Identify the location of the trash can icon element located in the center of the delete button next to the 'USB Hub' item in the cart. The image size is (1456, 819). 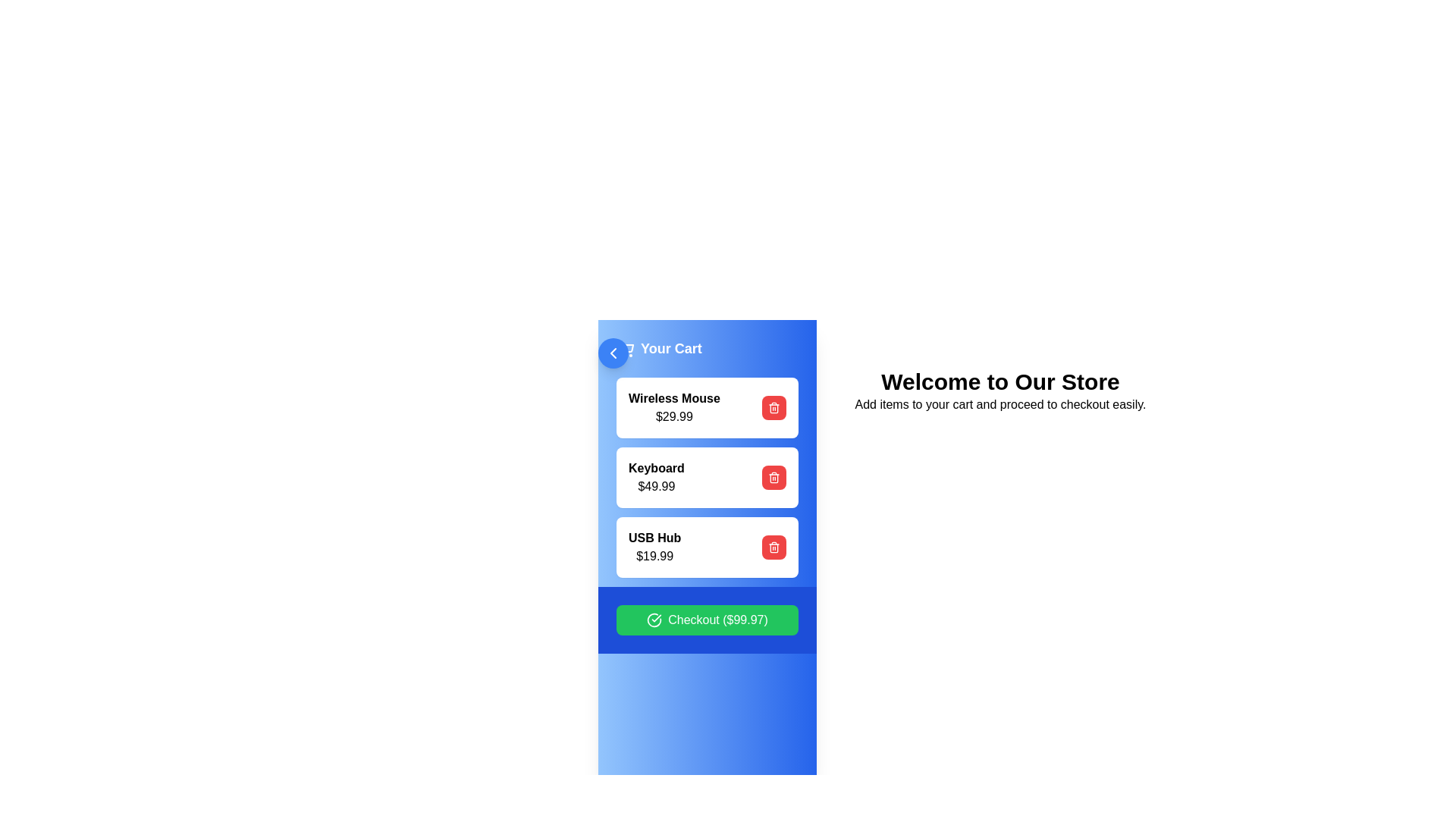
(774, 408).